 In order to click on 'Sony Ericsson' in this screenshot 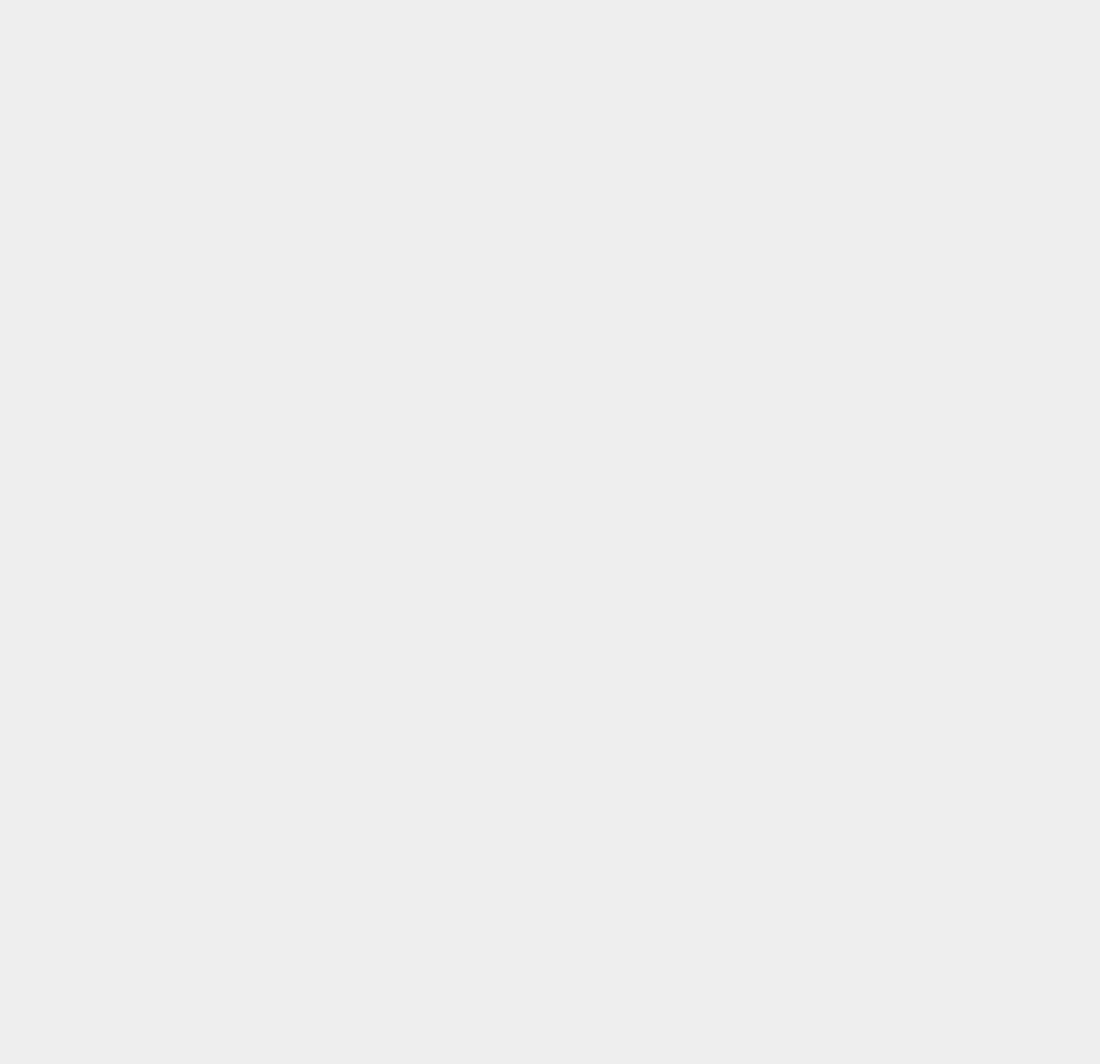, I will do `click(778, 872)`.